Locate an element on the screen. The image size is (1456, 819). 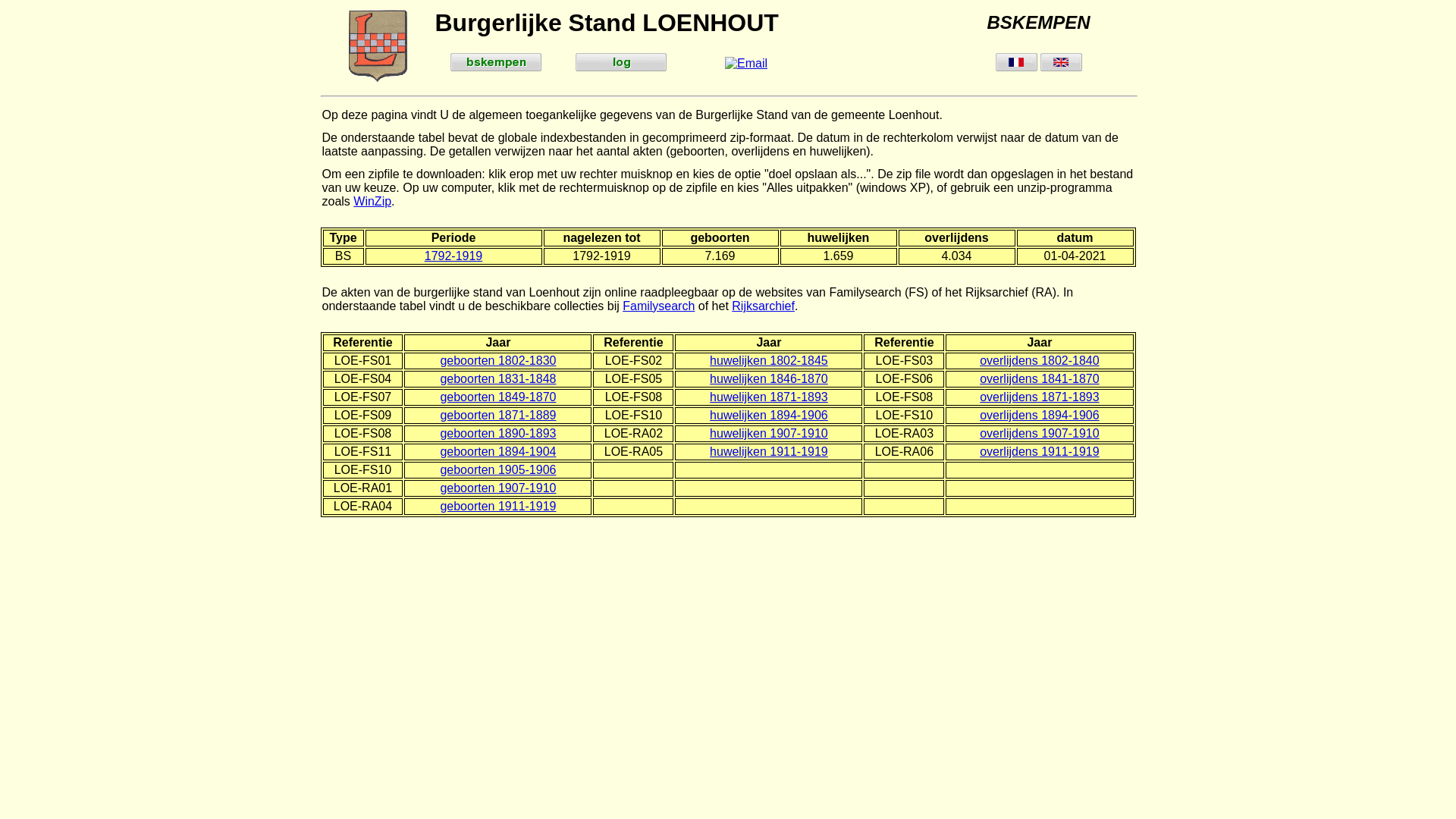
'geboorten 1911-1919' is located at coordinates (497, 506).